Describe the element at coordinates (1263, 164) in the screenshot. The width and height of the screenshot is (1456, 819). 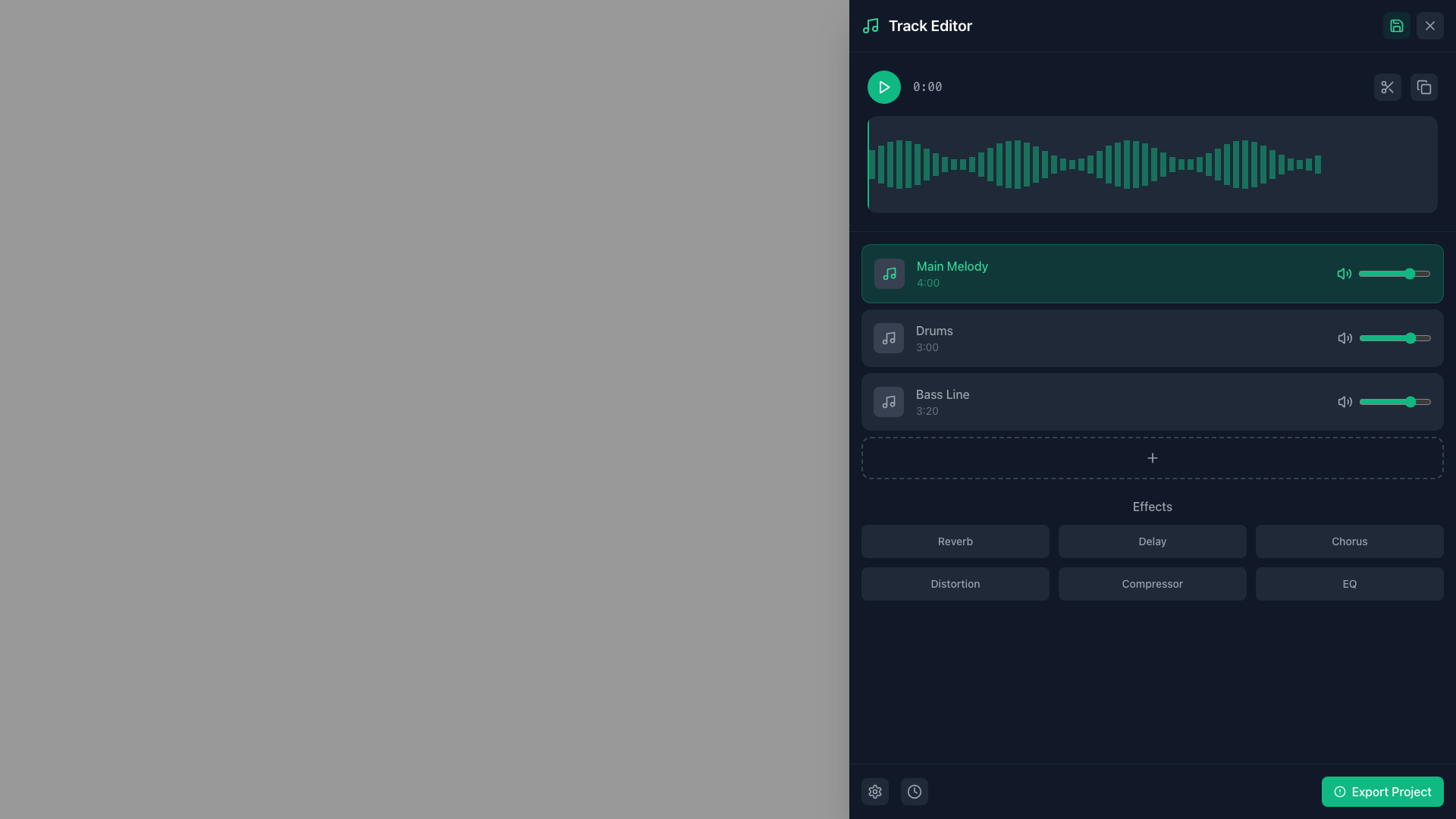
I see `the 52nd vertical Waveform bar, which has a green background and semi-transparent emerald overlay` at that location.